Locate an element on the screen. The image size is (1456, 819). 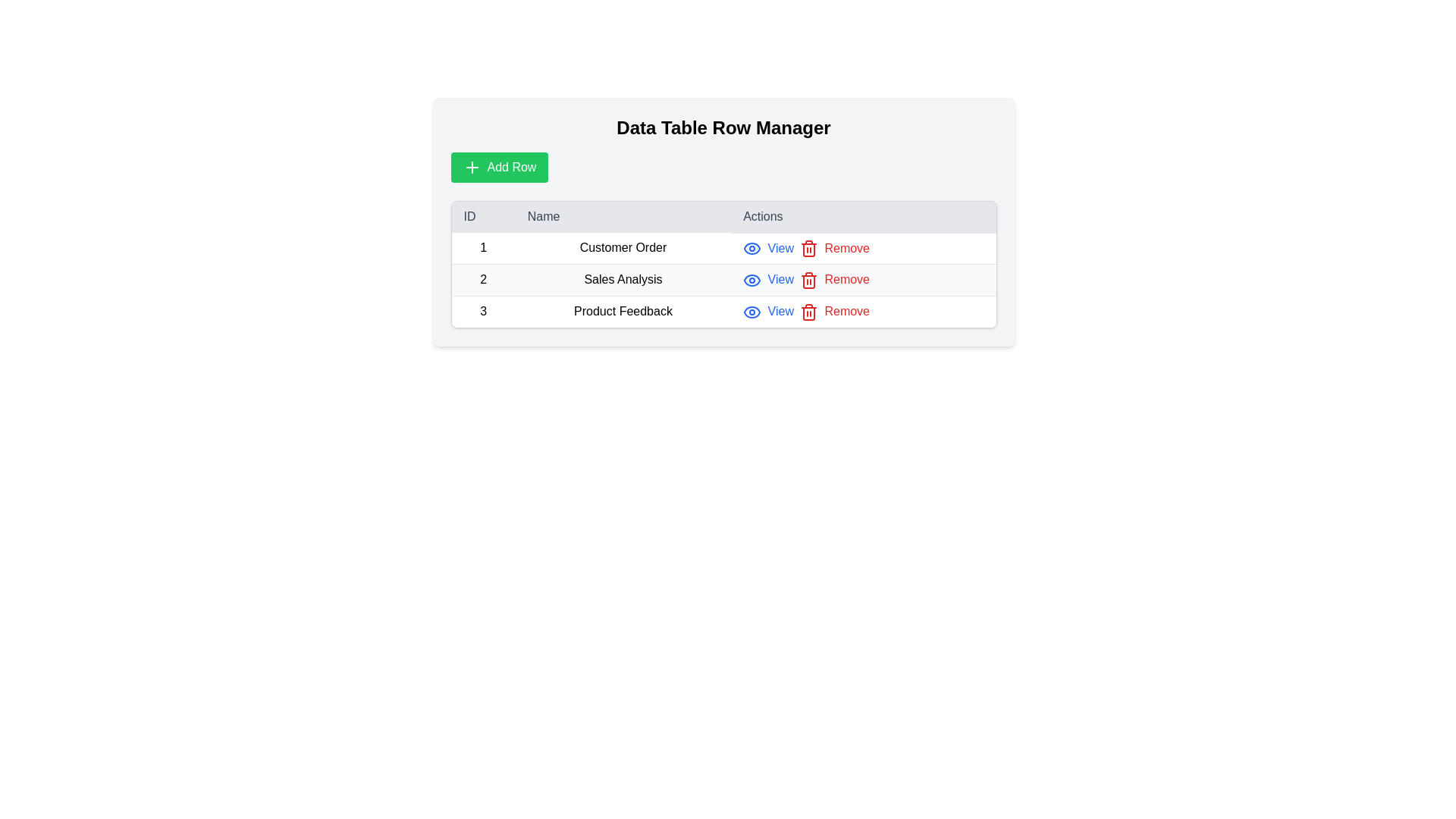
the hyperlink in the 'Actions' column of the 'Sales Analysis' row is located at coordinates (768, 280).